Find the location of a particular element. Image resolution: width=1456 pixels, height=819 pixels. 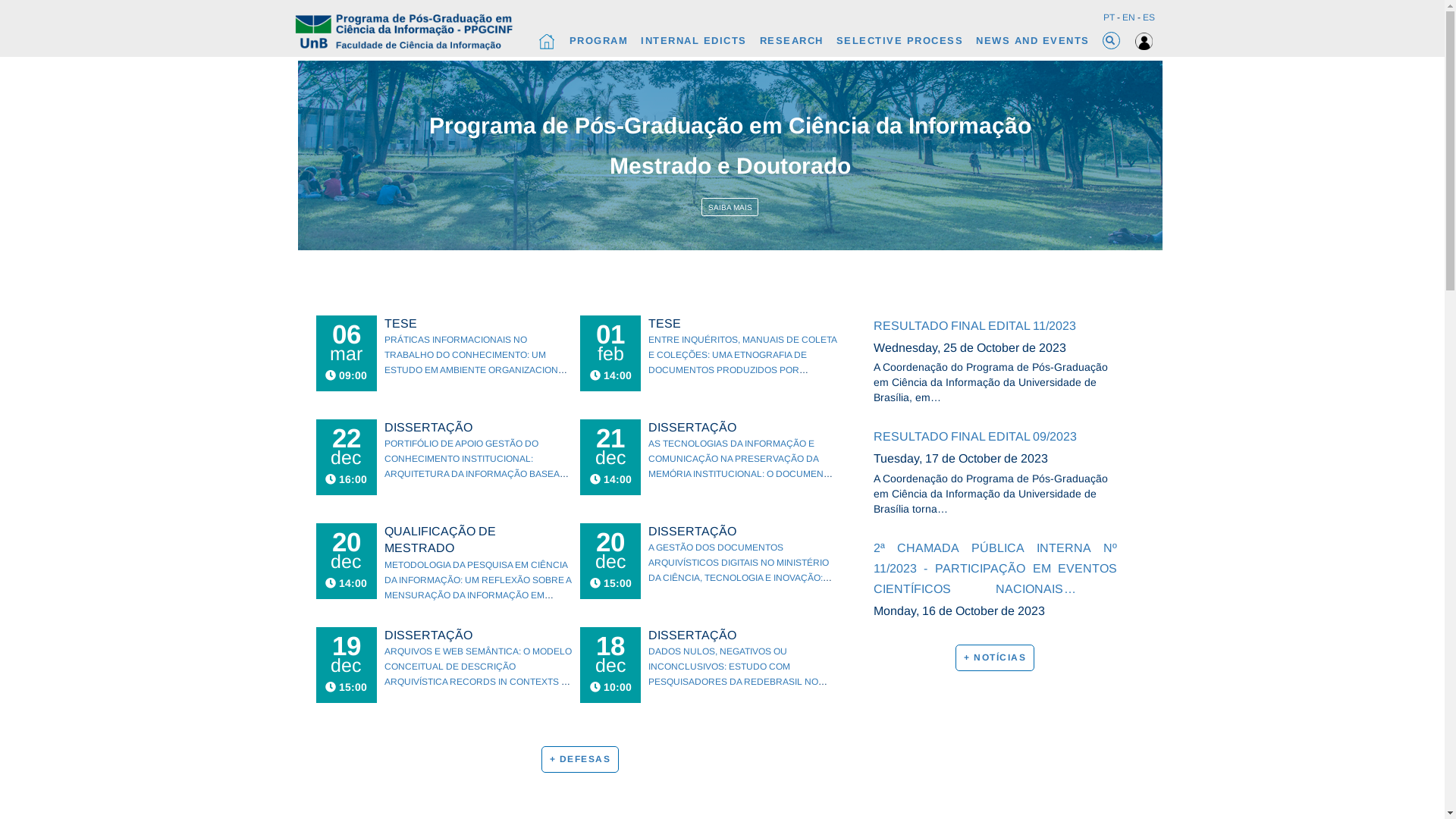

'ES' is located at coordinates (1147, 17).